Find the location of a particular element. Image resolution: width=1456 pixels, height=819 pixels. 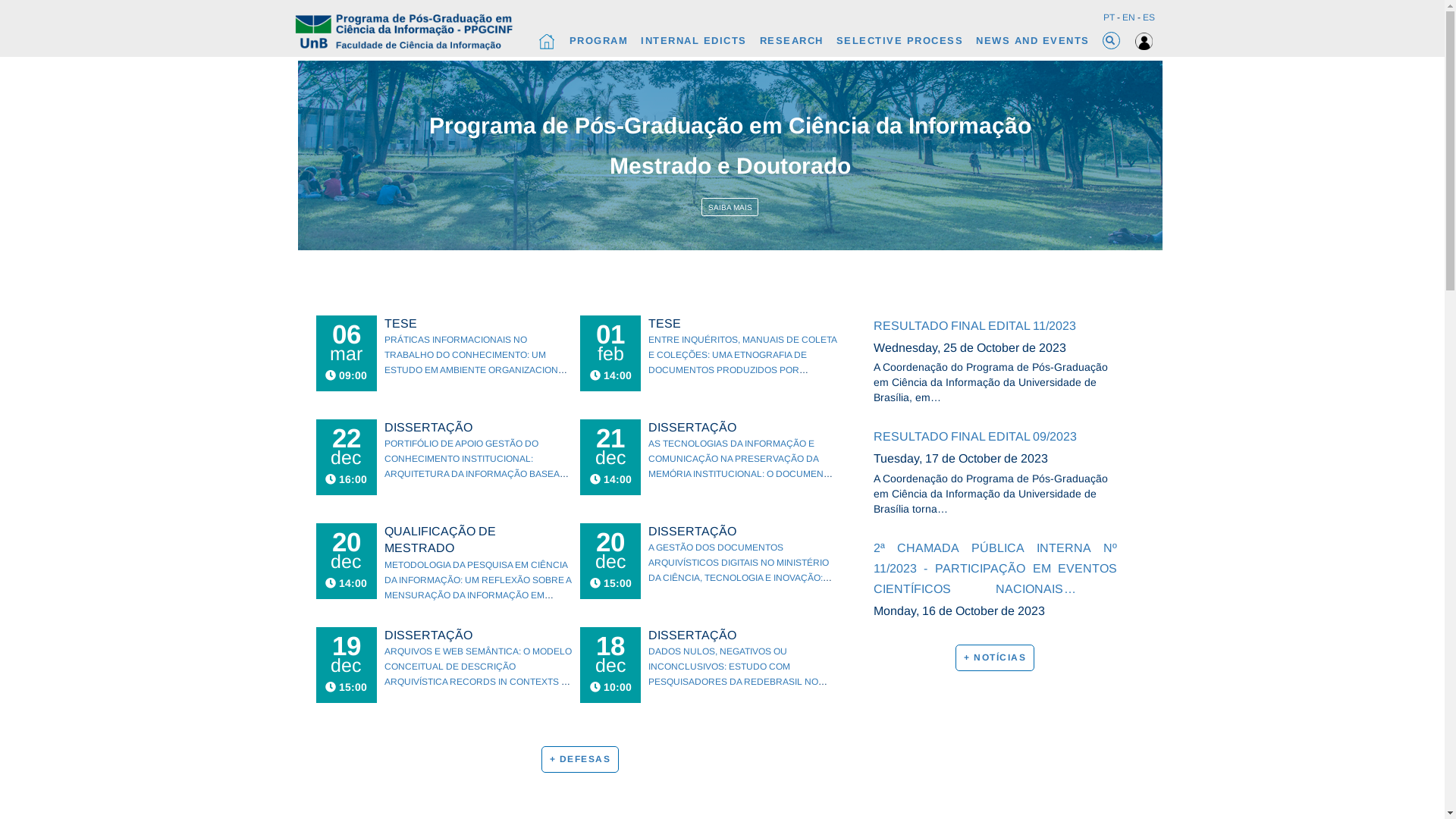

'ES' is located at coordinates (1147, 17).